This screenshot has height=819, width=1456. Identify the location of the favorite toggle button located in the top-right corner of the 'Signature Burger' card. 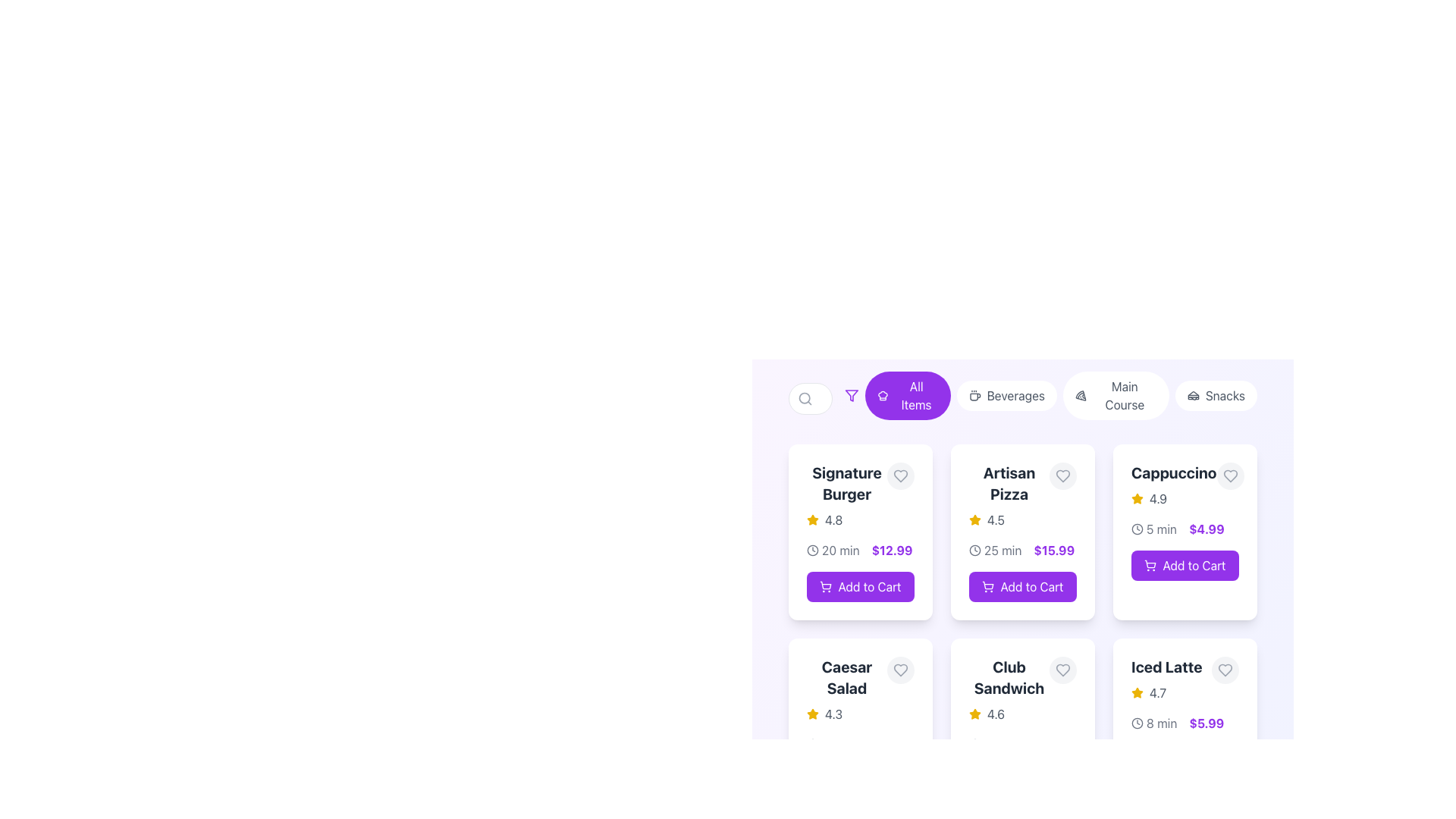
(901, 475).